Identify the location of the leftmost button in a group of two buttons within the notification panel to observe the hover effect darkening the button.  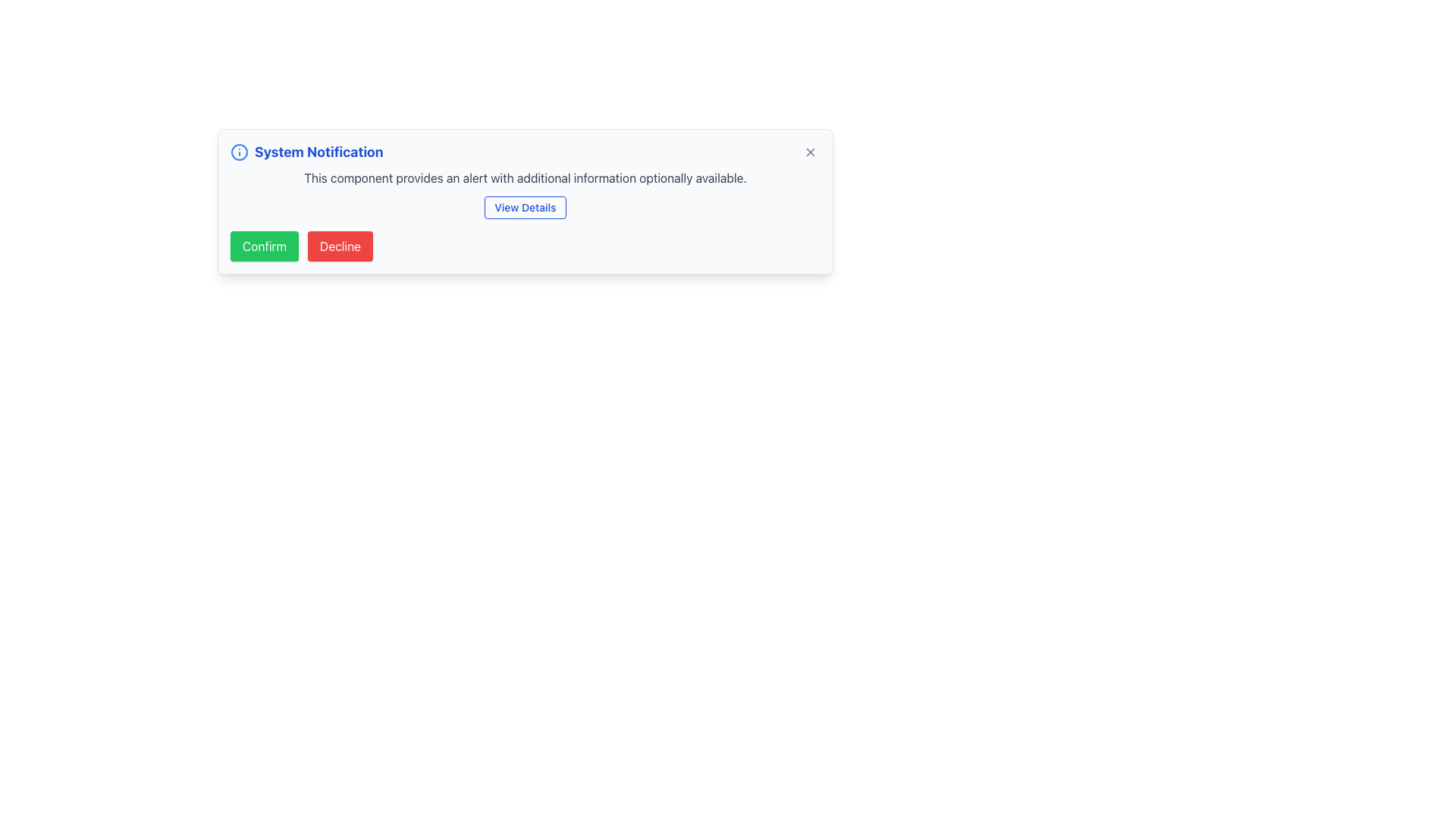
(265, 245).